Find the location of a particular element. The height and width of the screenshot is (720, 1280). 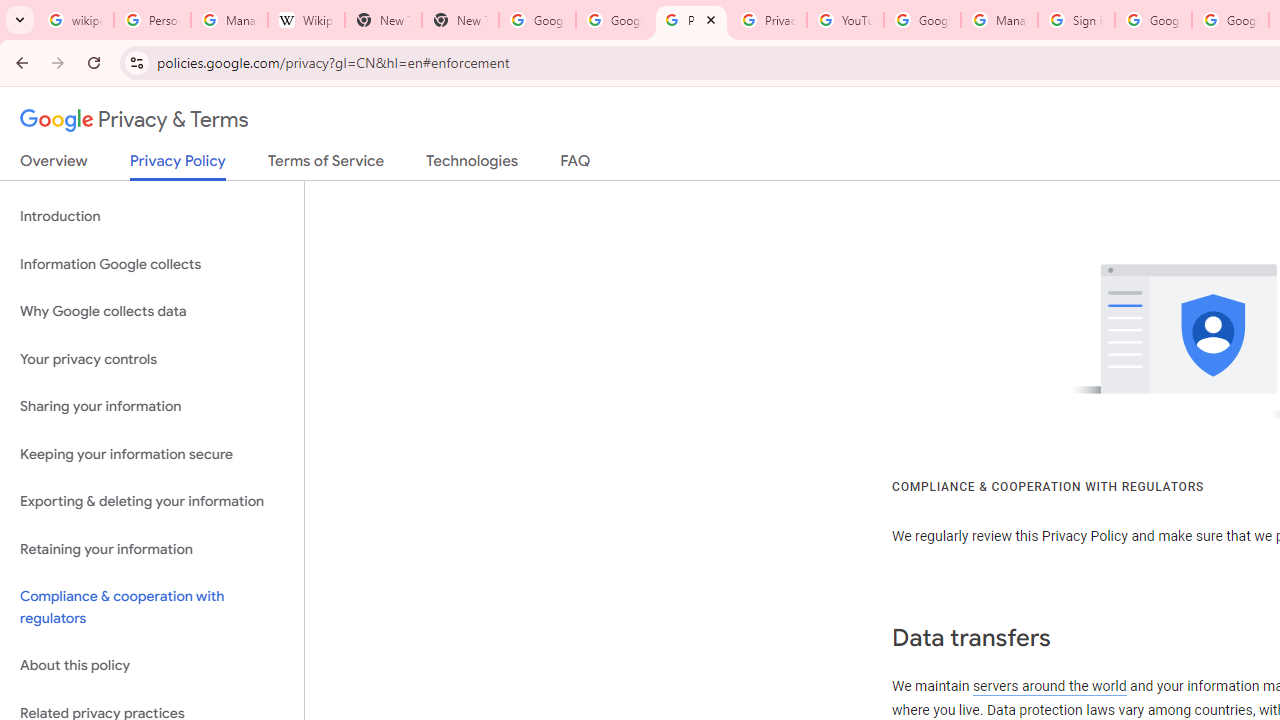

'Technologies' is located at coordinates (471, 164).